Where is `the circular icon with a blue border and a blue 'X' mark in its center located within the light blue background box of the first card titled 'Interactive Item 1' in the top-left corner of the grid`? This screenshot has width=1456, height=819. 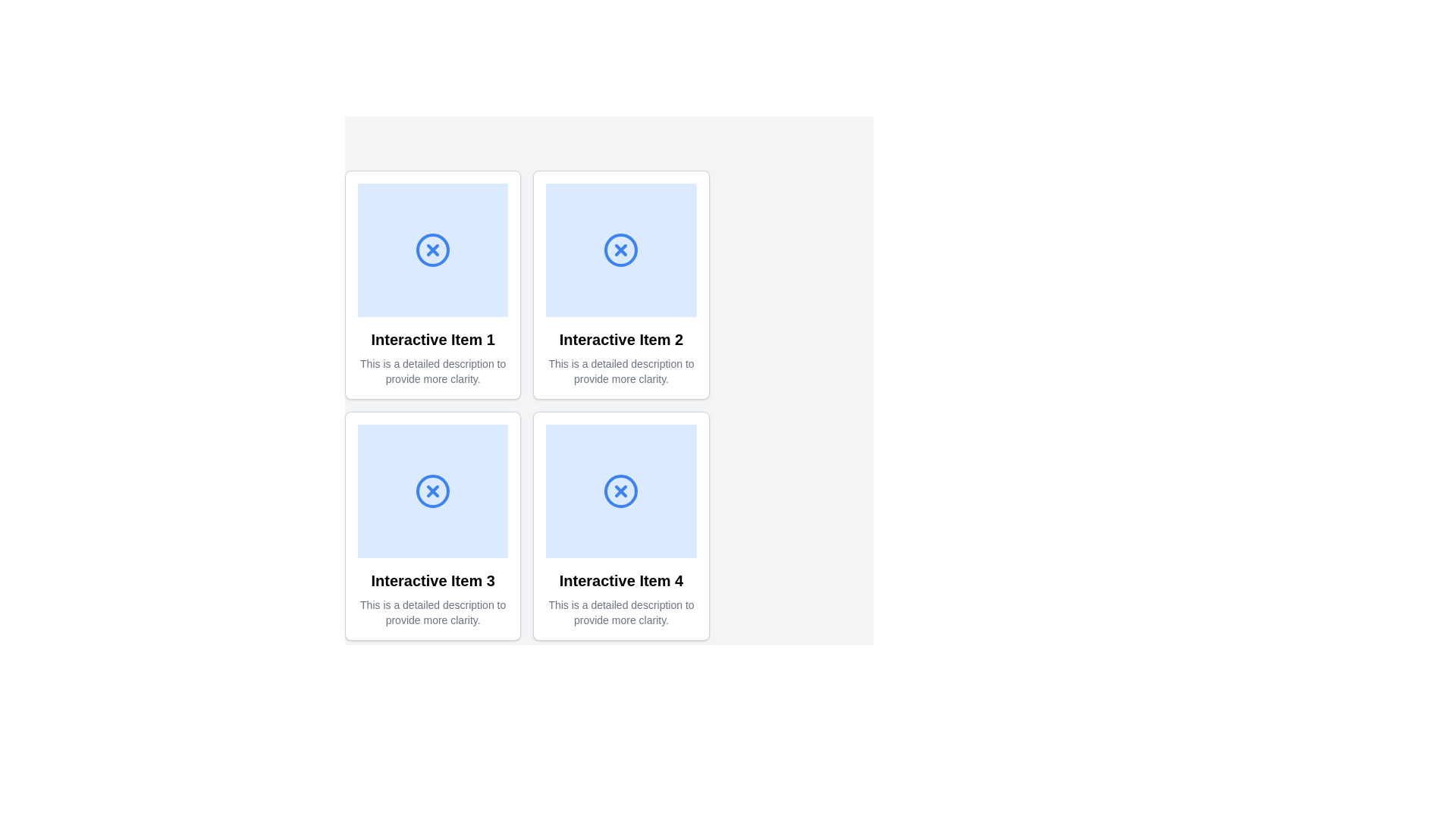 the circular icon with a blue border and a blue 'X' mark in its center located within the light blue background box of the first card titled 'Interactive Item 1' in the top-left corner of the grid is located at coordinates (432, 249).